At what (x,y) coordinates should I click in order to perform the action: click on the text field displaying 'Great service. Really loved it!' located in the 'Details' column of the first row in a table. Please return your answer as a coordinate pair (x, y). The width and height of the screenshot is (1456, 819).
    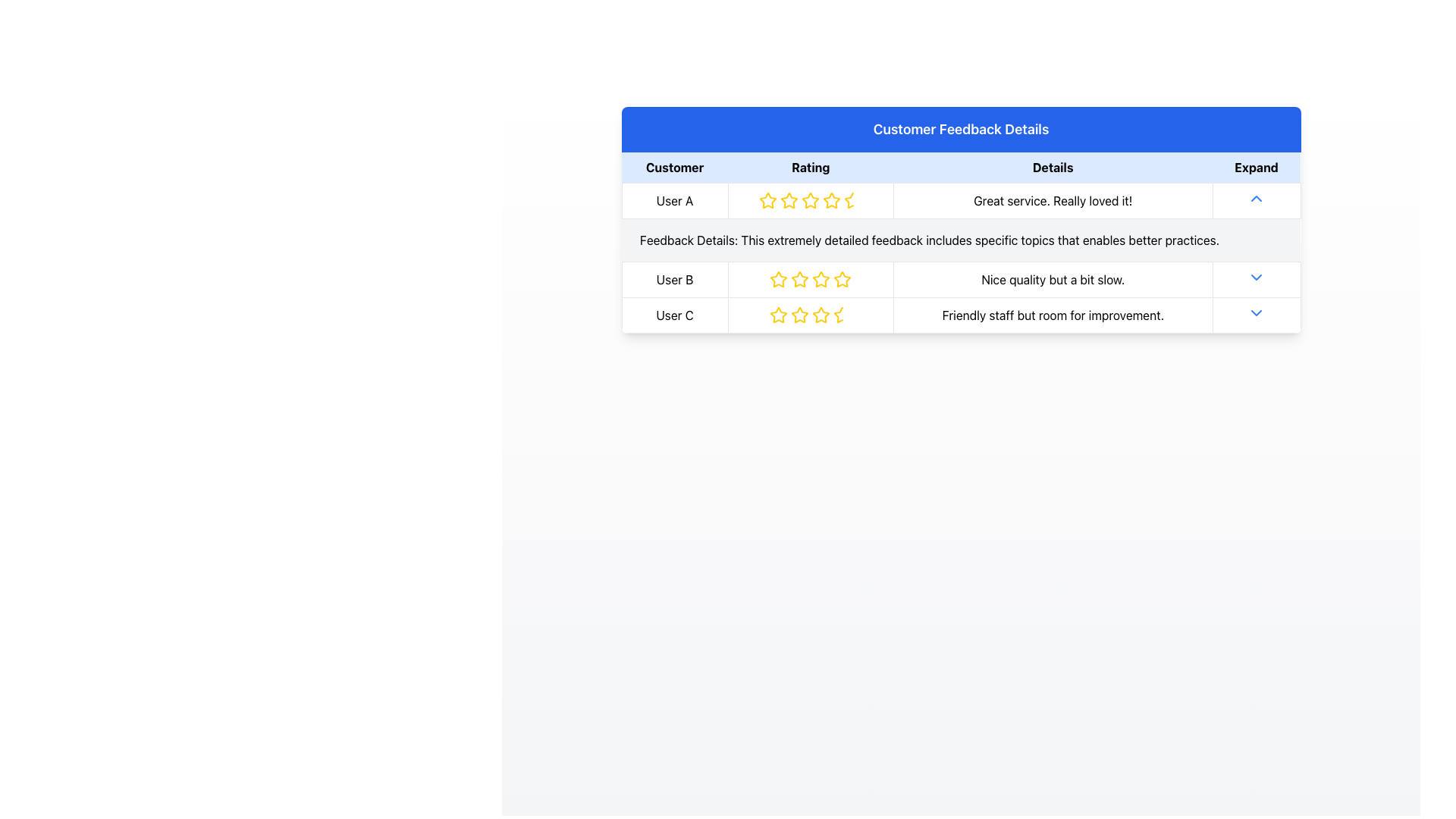
    Looking at the image, I should click on (1052, 200).